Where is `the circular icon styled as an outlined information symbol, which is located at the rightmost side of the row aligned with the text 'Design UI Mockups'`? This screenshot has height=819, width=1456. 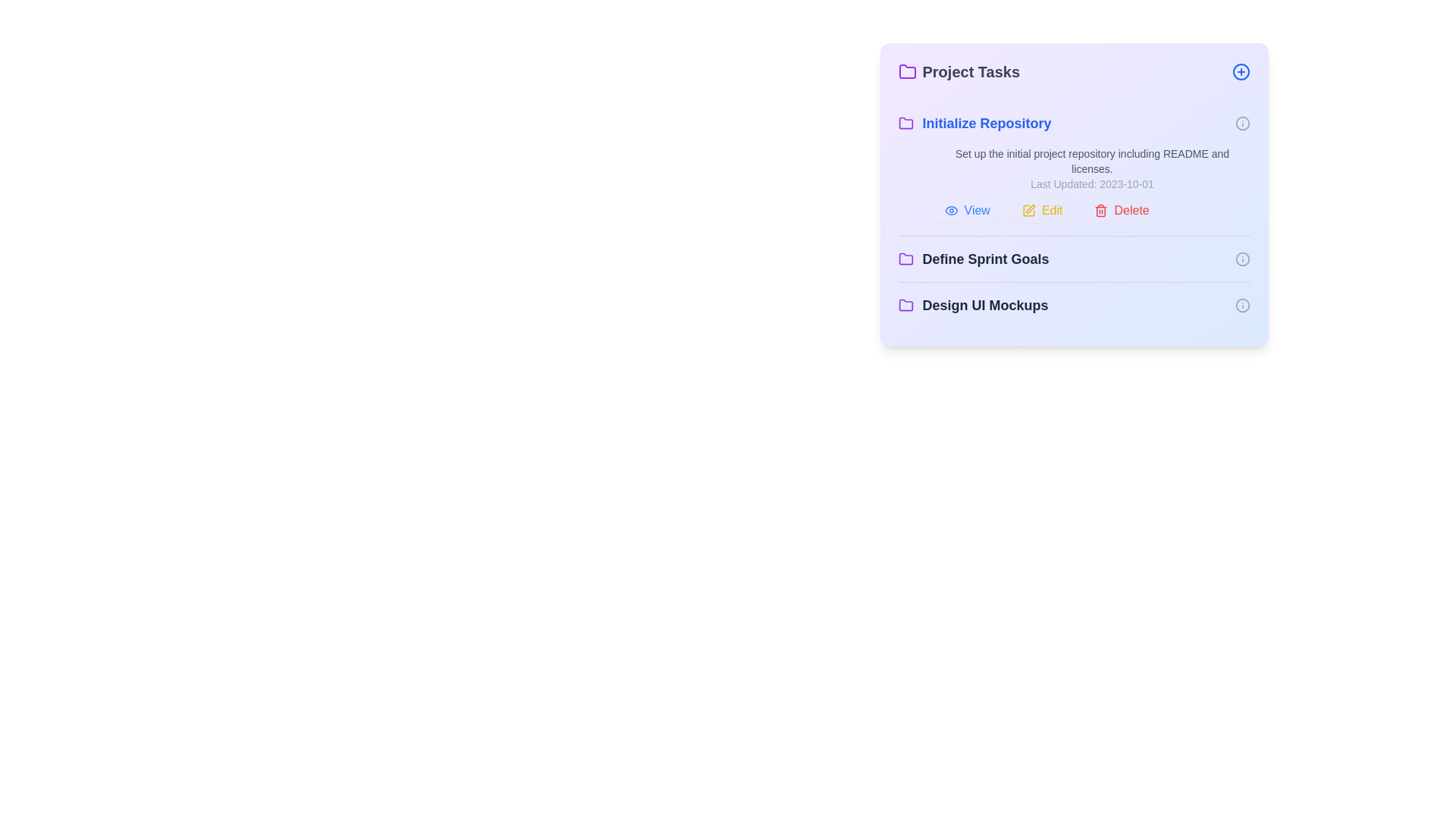 the circular icon styled as an outlined information symbol, which is located at the rightmost side of the row aligned with the text 'Design UI Mockups' is located at coordinates (1242, 305).